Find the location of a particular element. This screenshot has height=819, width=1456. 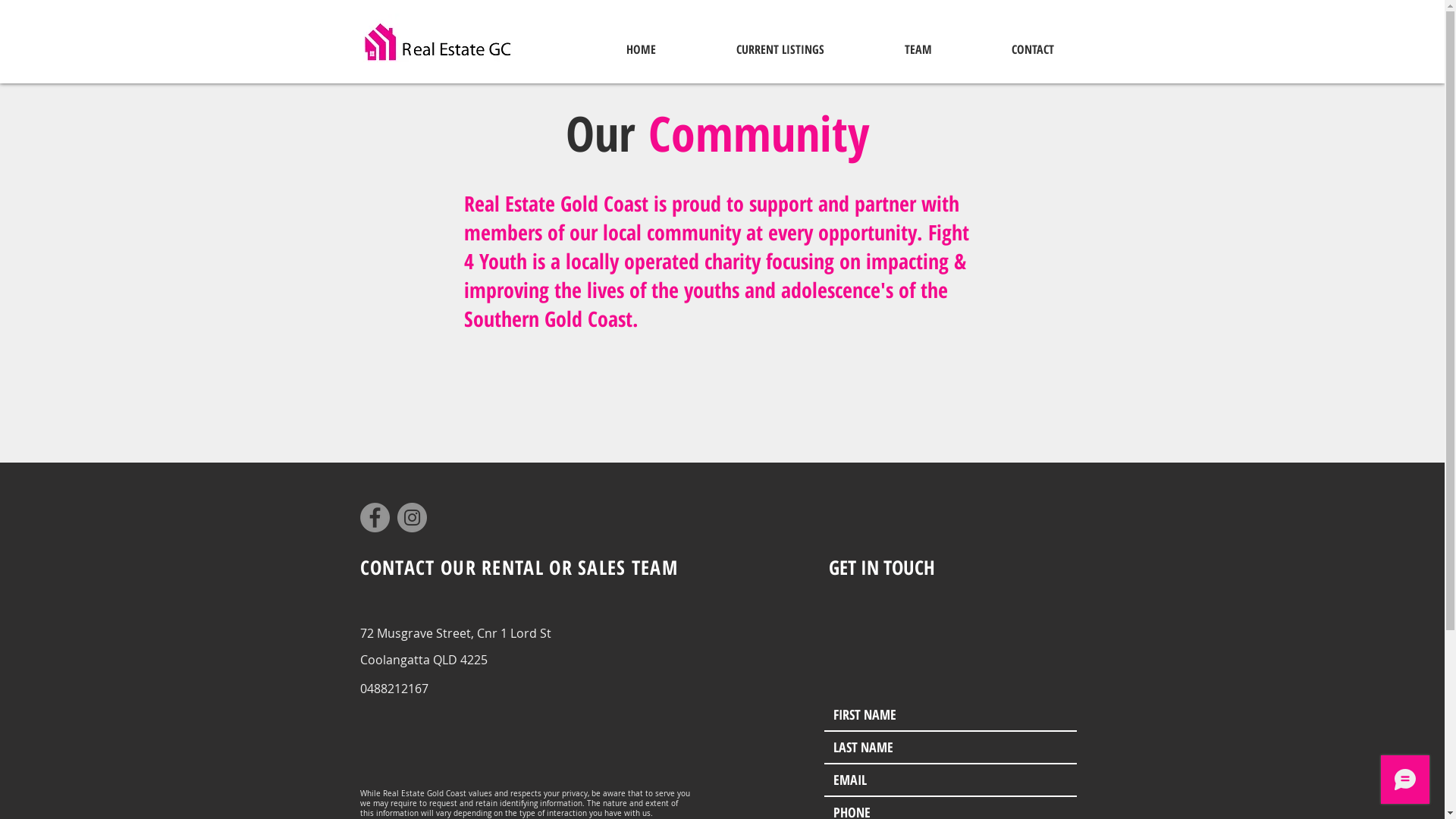

'HOME' is located at coordinates (640, 49).